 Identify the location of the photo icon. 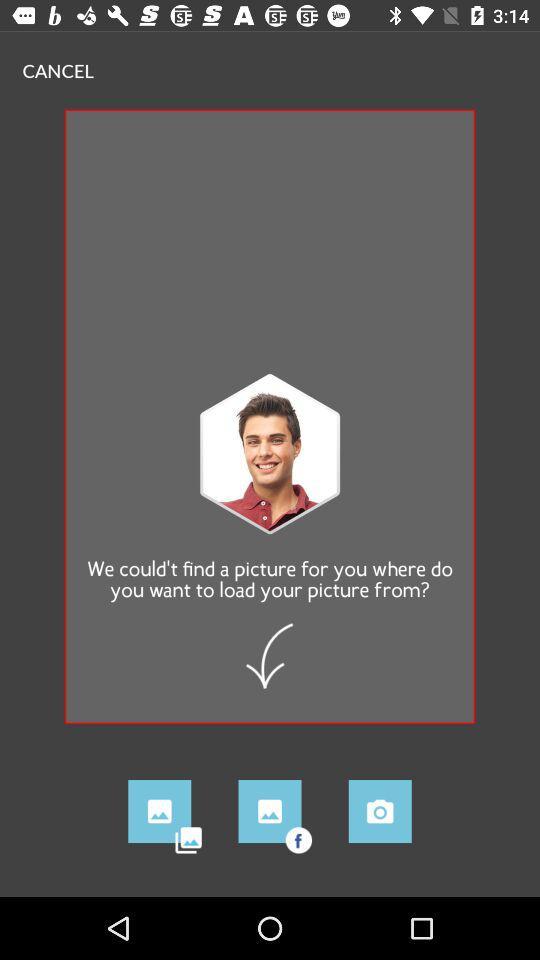
(380, 811).